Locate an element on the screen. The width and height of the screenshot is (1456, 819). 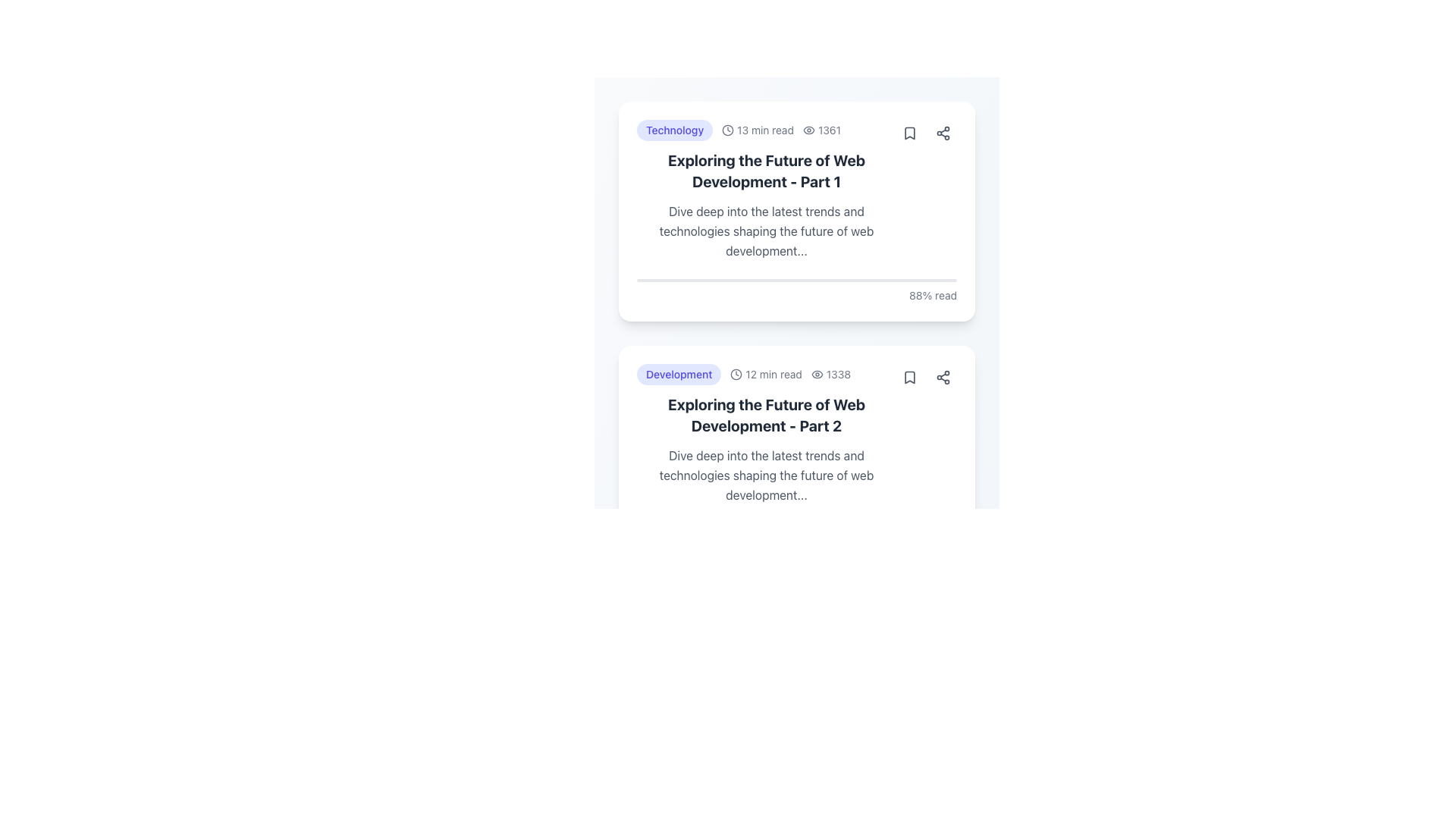
the bookmark icon located in the top-right corner of the first card is located at coordinates (910, 133).